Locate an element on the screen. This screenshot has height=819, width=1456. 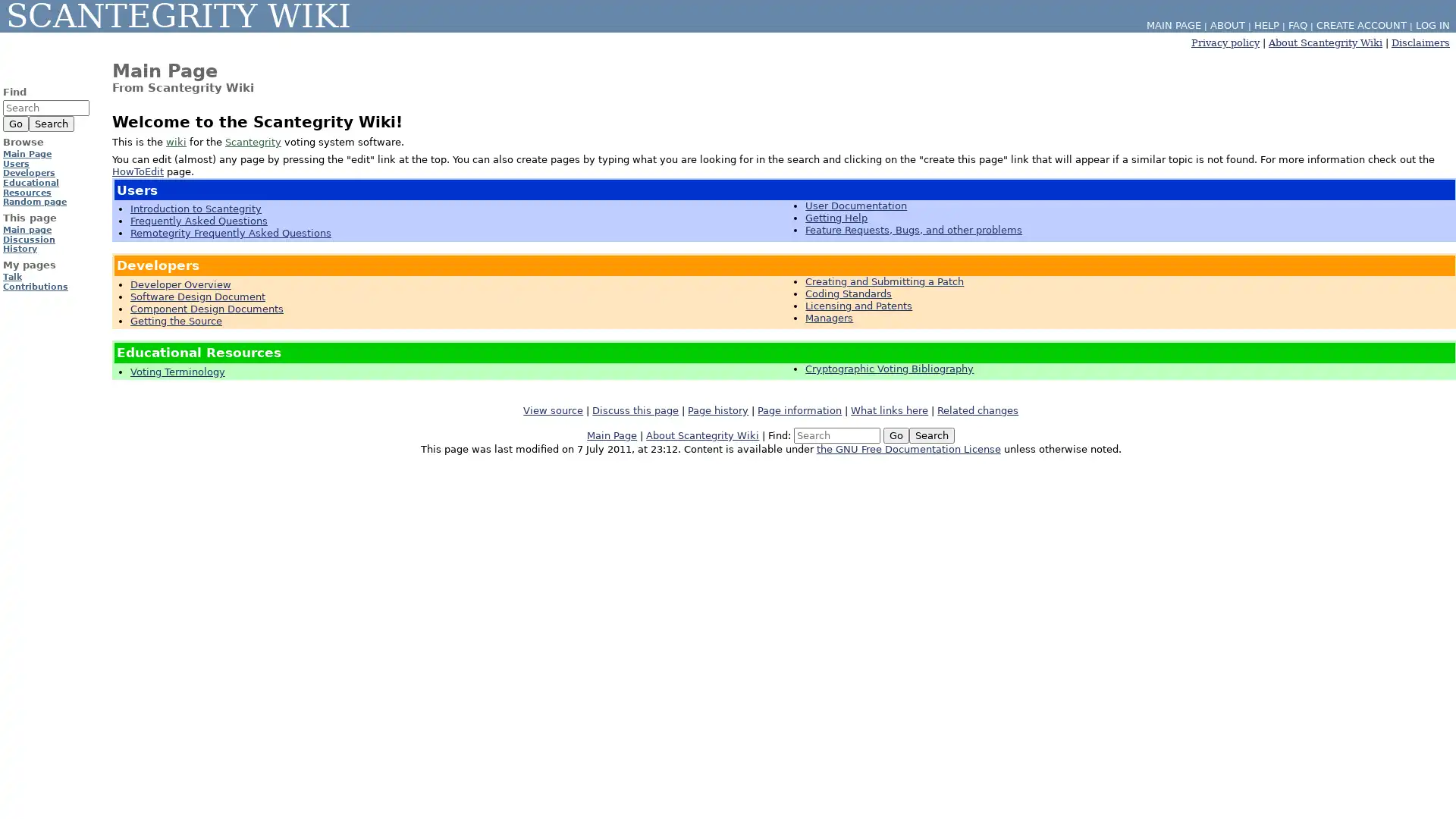
Go is located at coordinates (896, 435).